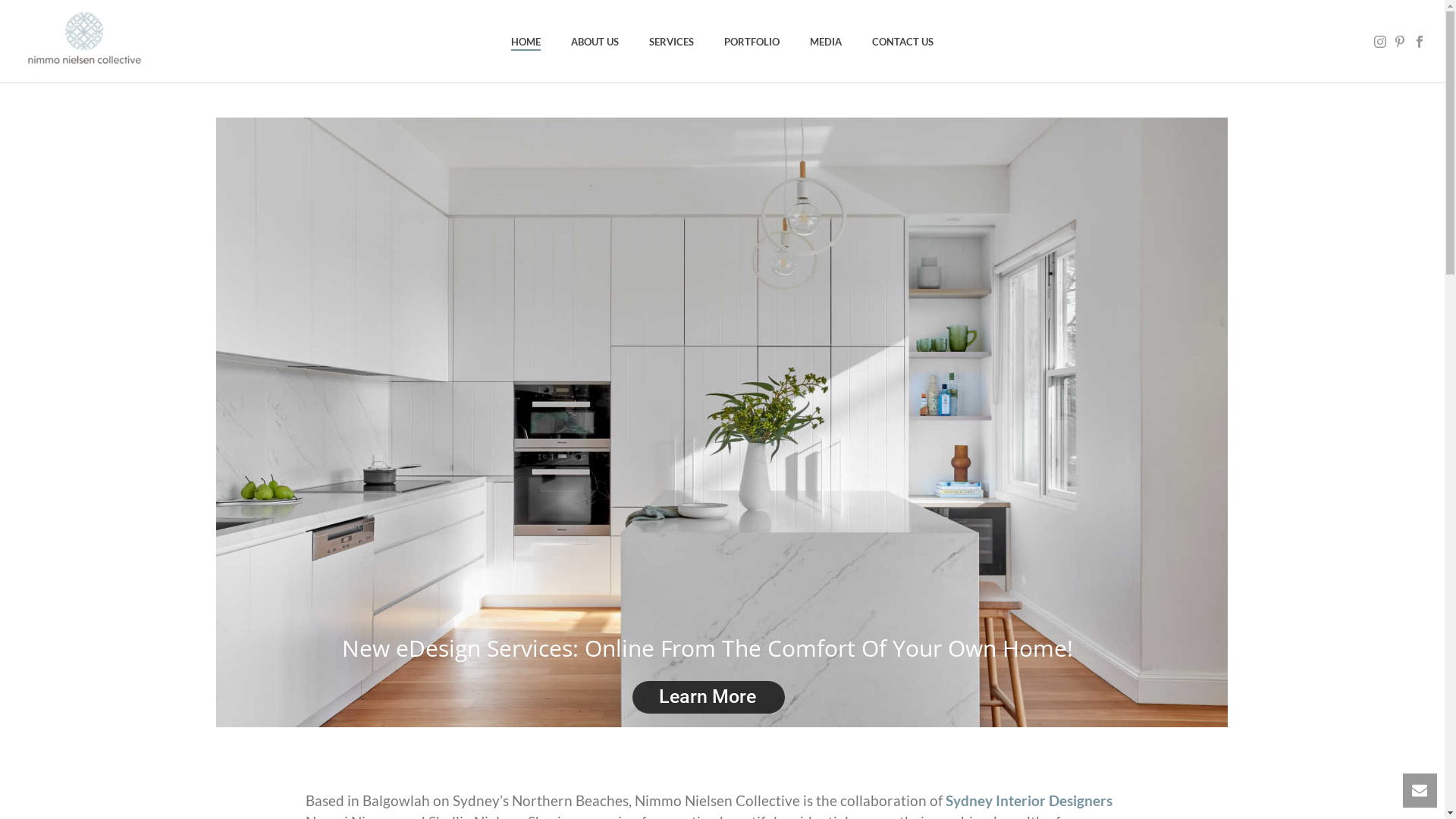  What do you see at coordinates (594, 40) in the screenshot?
I see `'ABOUT US'` at bounding box center [594, 40].